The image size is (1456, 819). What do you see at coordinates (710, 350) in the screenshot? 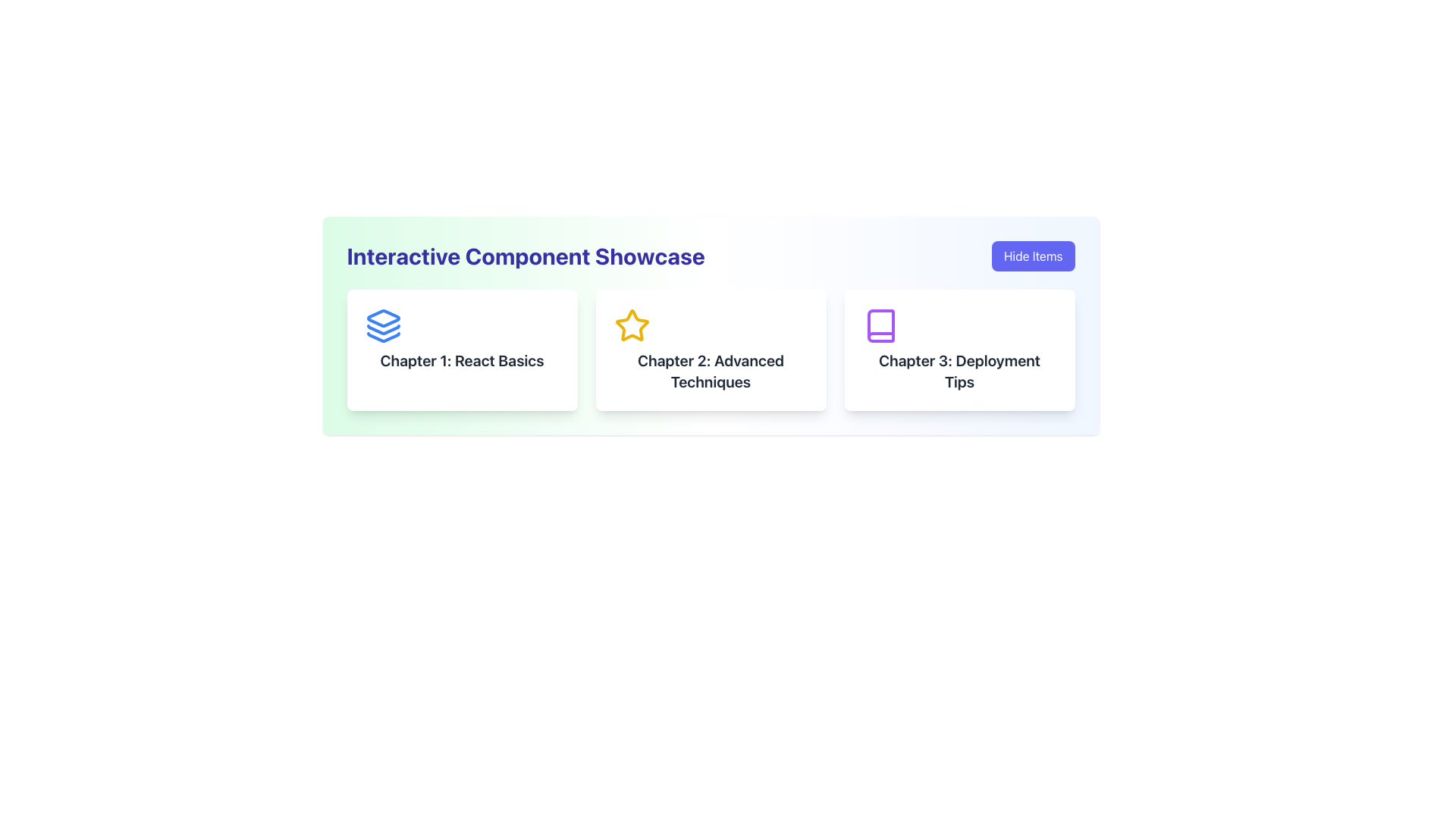
I see `text information from the Informative Card displaying 'Chapter 2: Advanced Techniques' which is visually identified by a yellow star icon above the title, centrally positioned within a white card` at bounding box center [710, 350].